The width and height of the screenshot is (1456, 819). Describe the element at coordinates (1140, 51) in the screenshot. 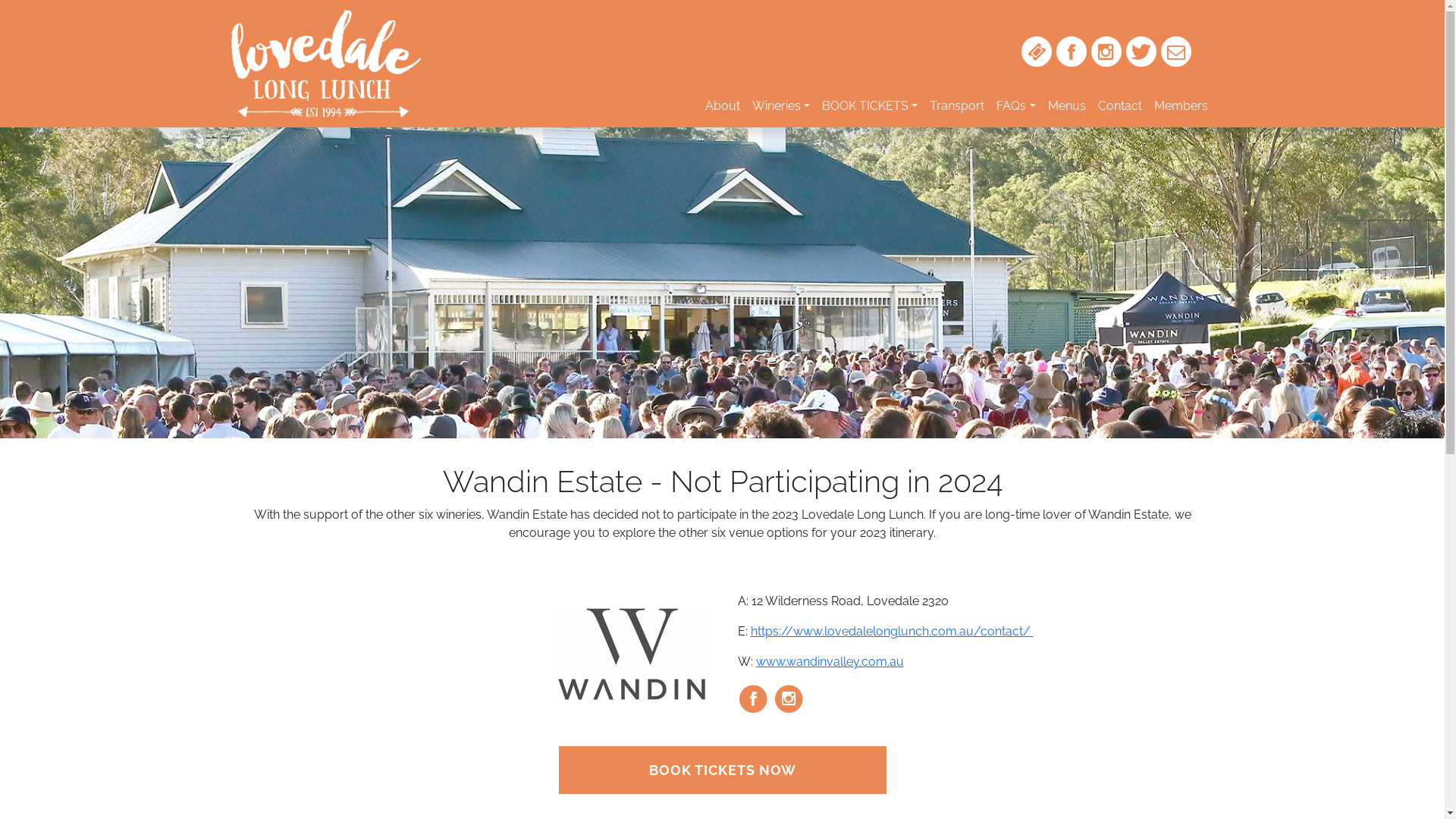

I see `'Follow us on Twitter'` at that location.